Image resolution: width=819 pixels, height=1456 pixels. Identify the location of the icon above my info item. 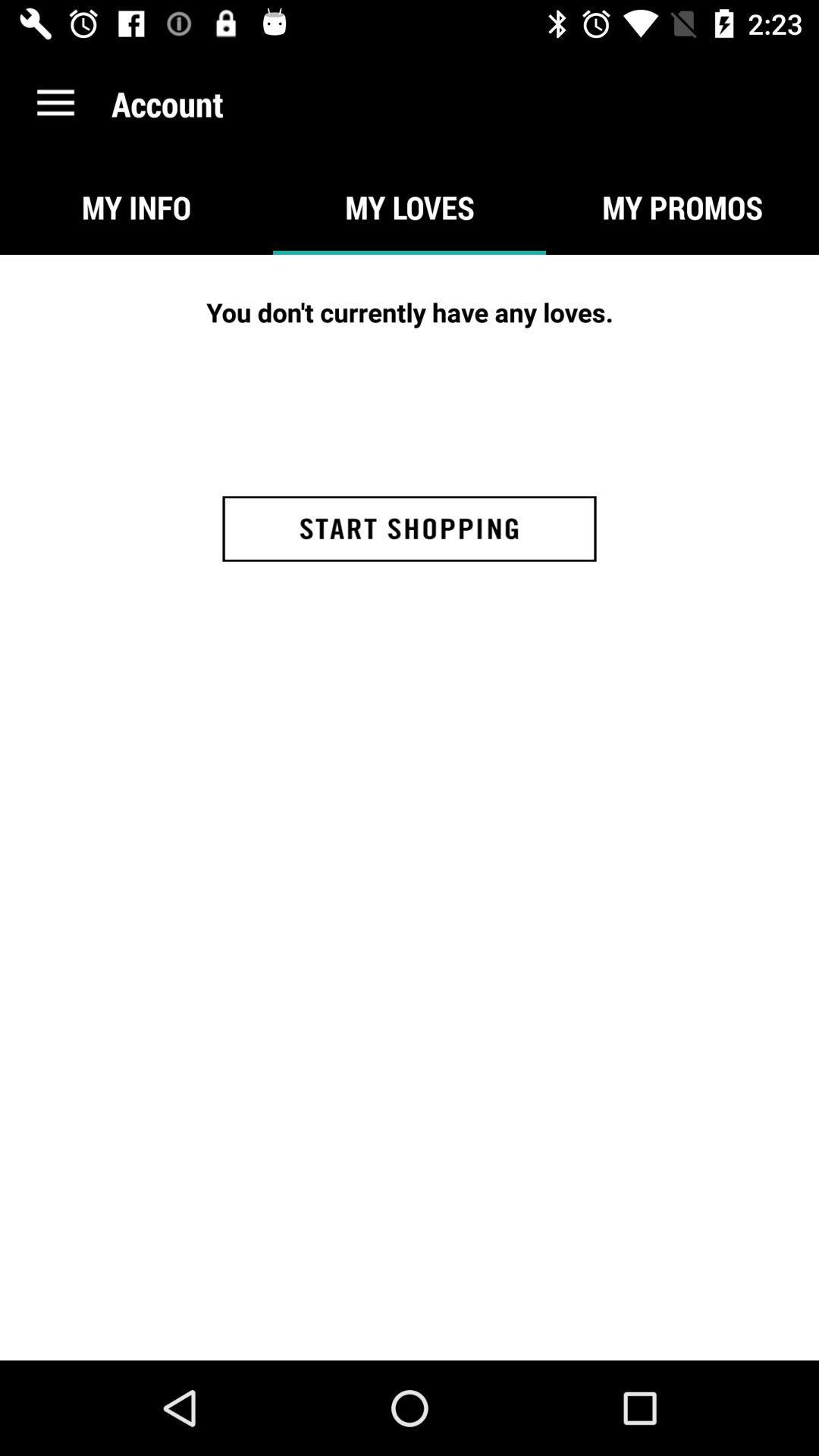
(55, 102).